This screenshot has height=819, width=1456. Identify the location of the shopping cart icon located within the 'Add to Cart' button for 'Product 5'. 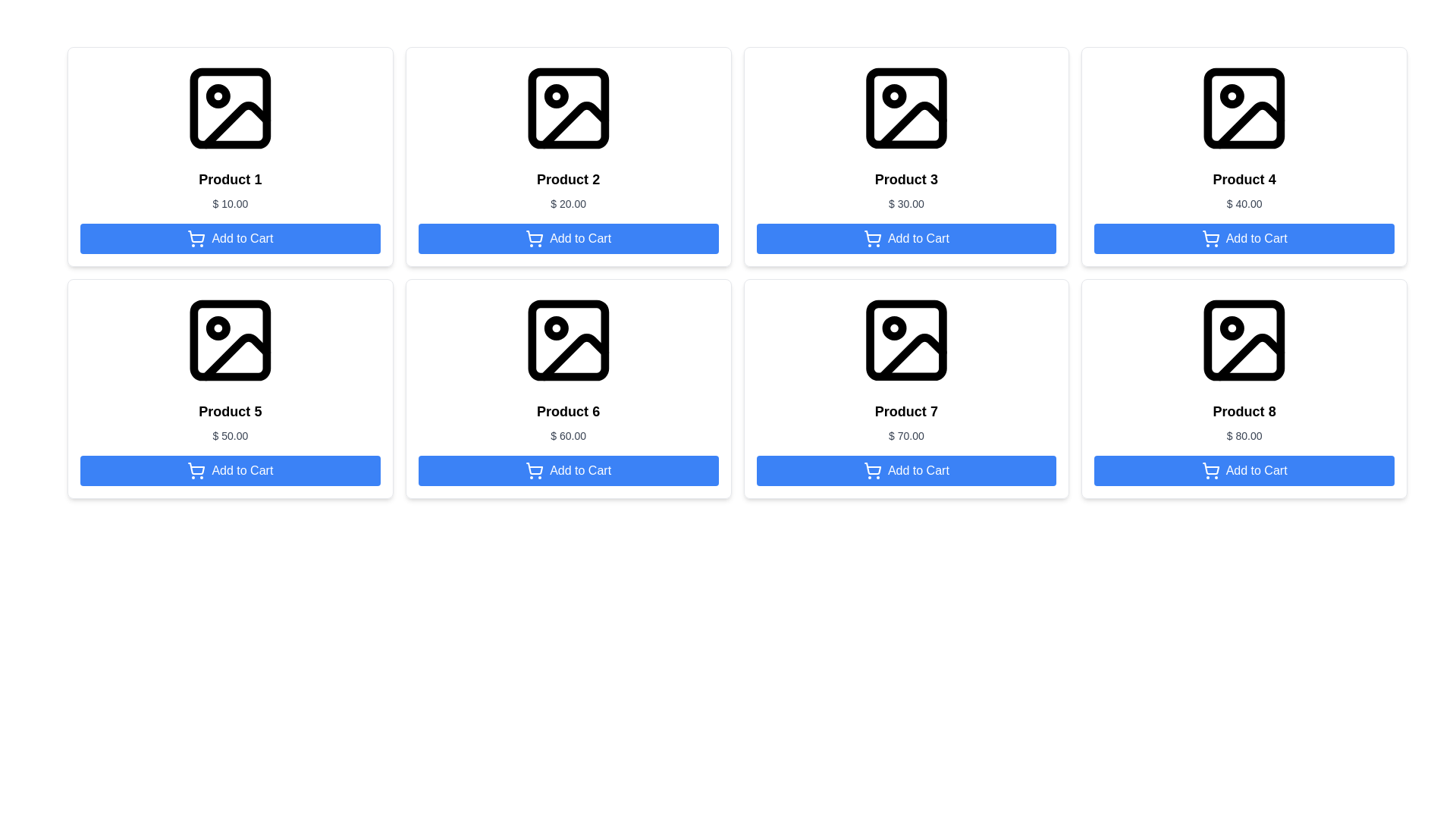
(196, 468).